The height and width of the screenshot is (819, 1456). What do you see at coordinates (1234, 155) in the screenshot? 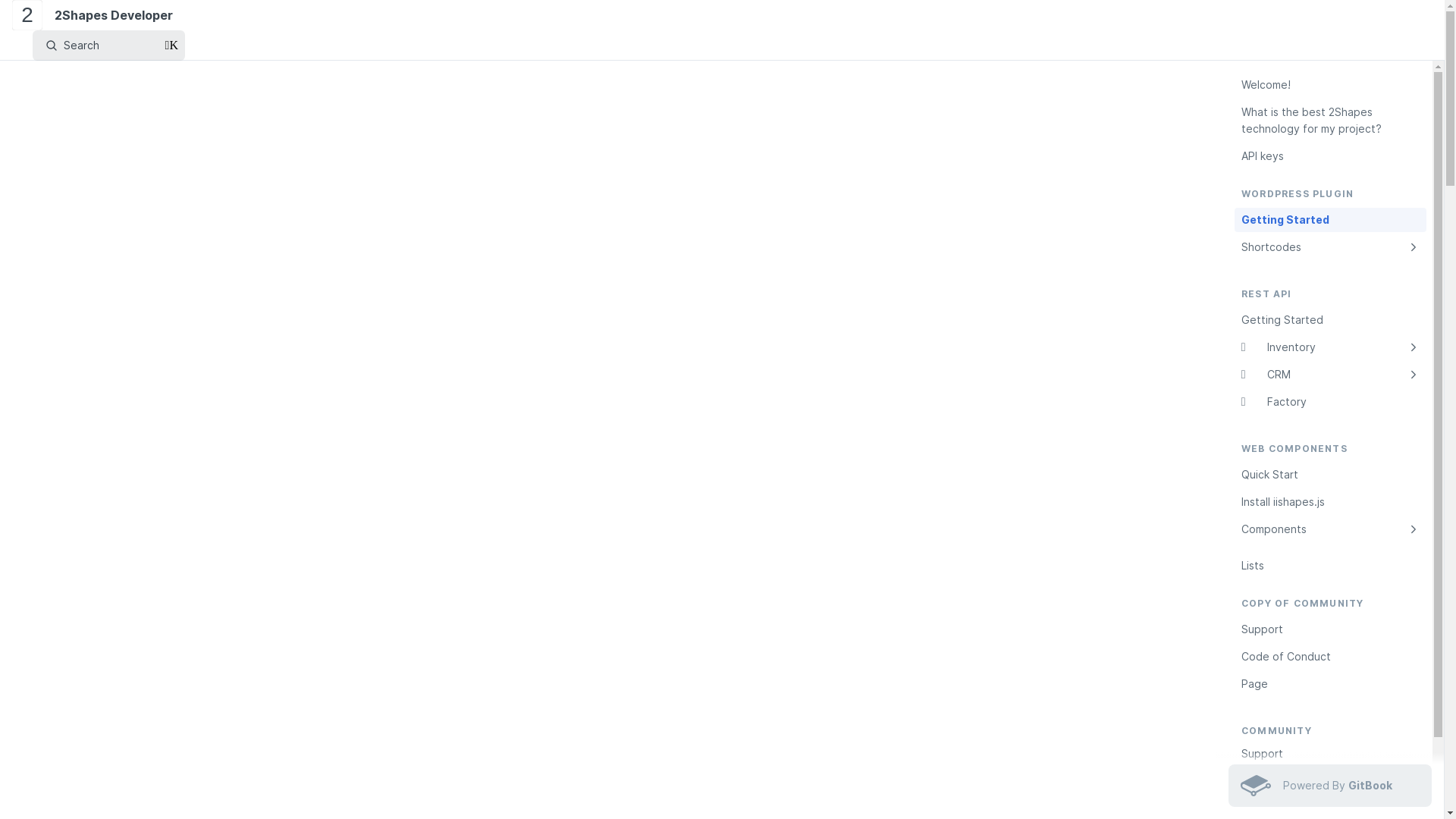
I see `'API keys'` at bounding box center [1234, 155].